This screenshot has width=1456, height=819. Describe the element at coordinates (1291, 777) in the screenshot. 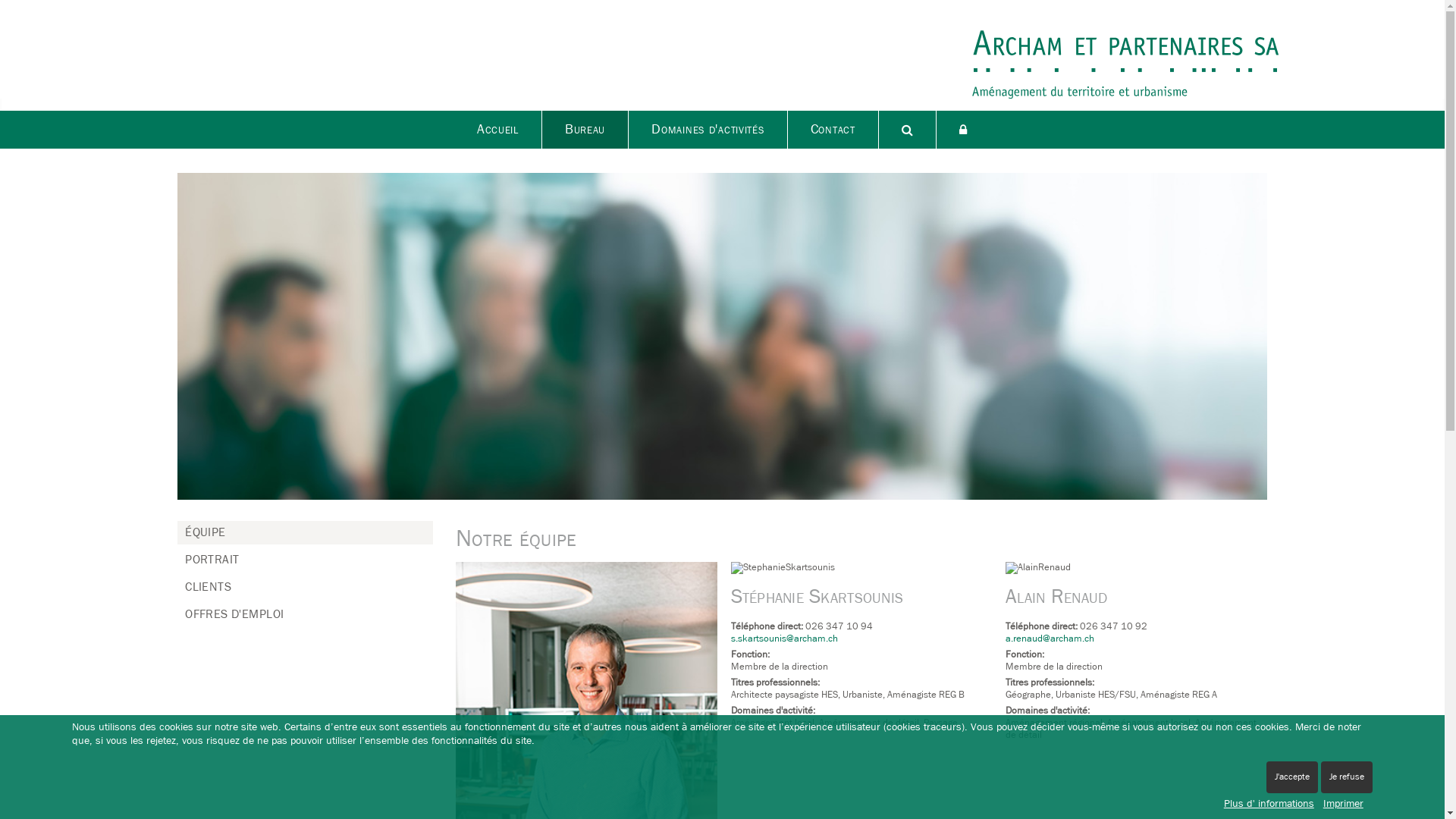

I see `'J'accepte'` at that location.